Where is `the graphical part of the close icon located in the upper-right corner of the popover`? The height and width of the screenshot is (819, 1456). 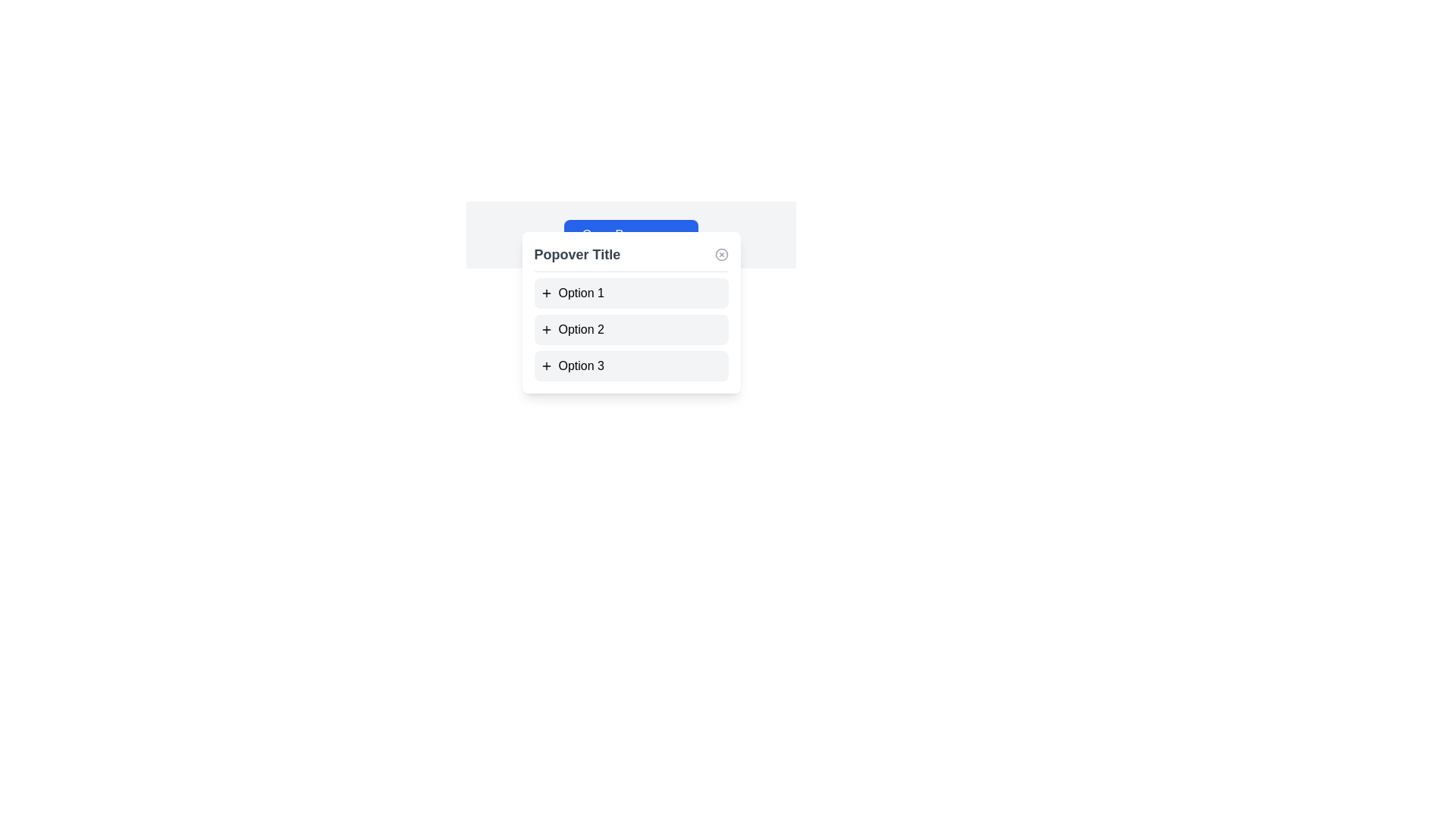 the graphical part of the close icon located in the upper-right corner of the popover is located at coordinates (720, 253).